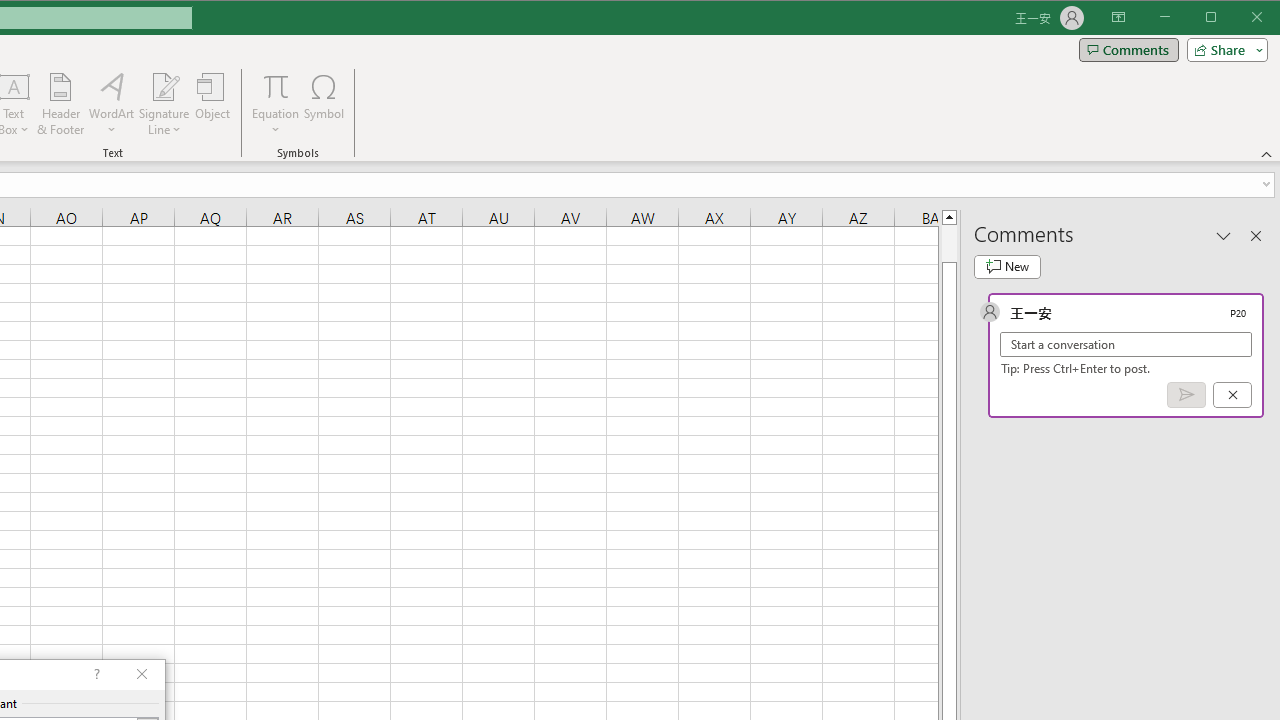 The height and width of the screenshot is (720, 1280). I want to click on 'Post comment (Ctrl + Enter)', so click(1186, 395).